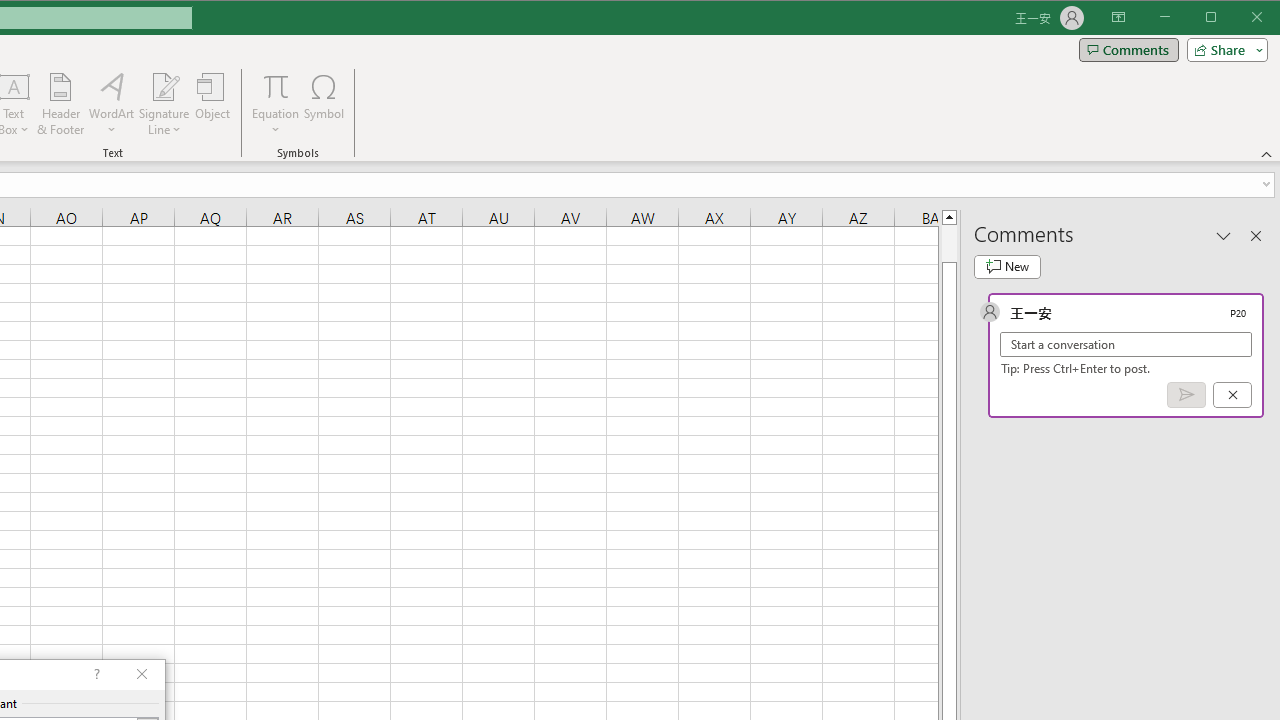 The height and width of the screenshot is (720, 1280). I want to click on 'Post comment (Ctrl + Enter)', so click(1186, 395).